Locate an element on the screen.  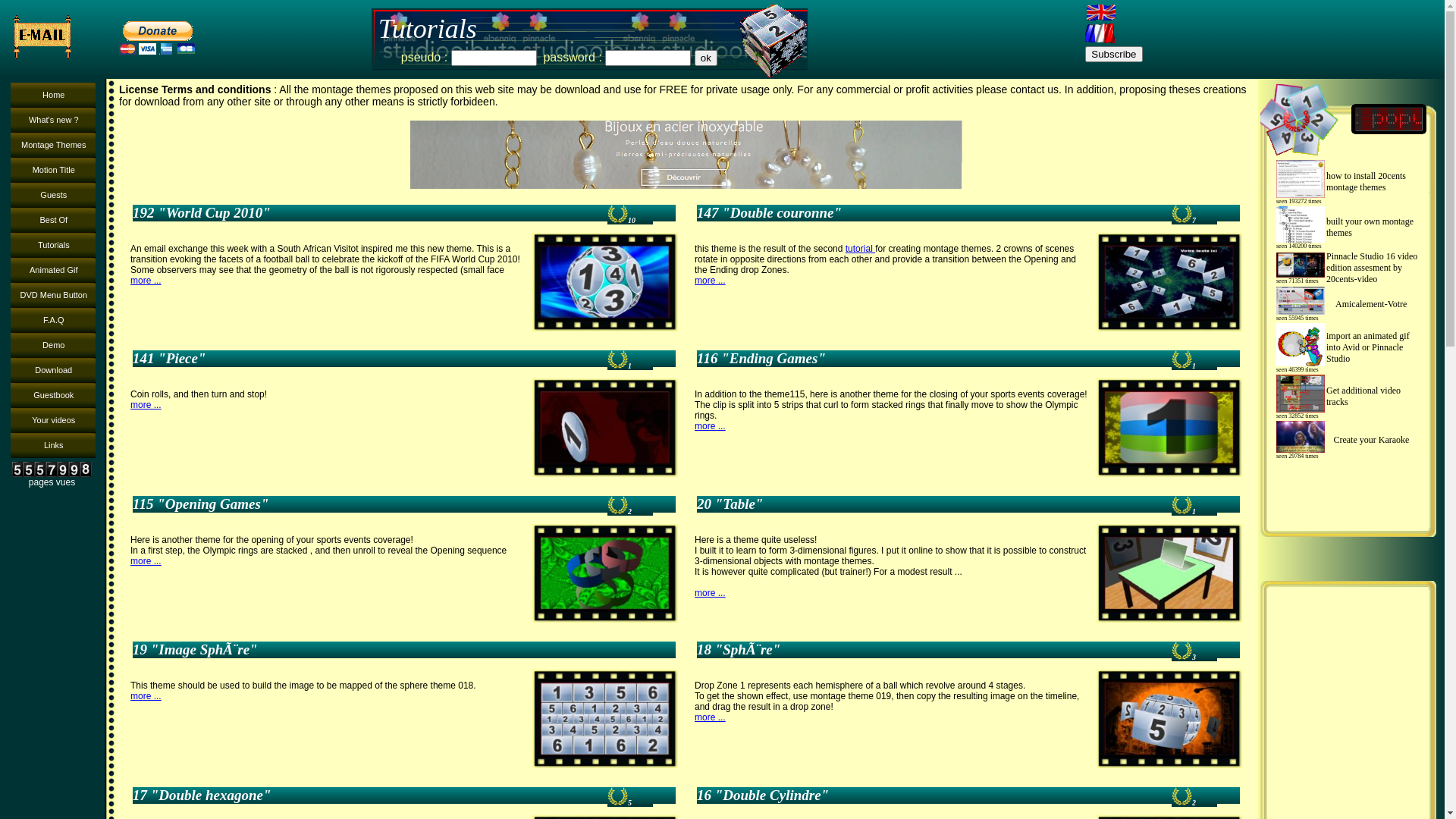
'more ...' is located at coordinates (130, 281).